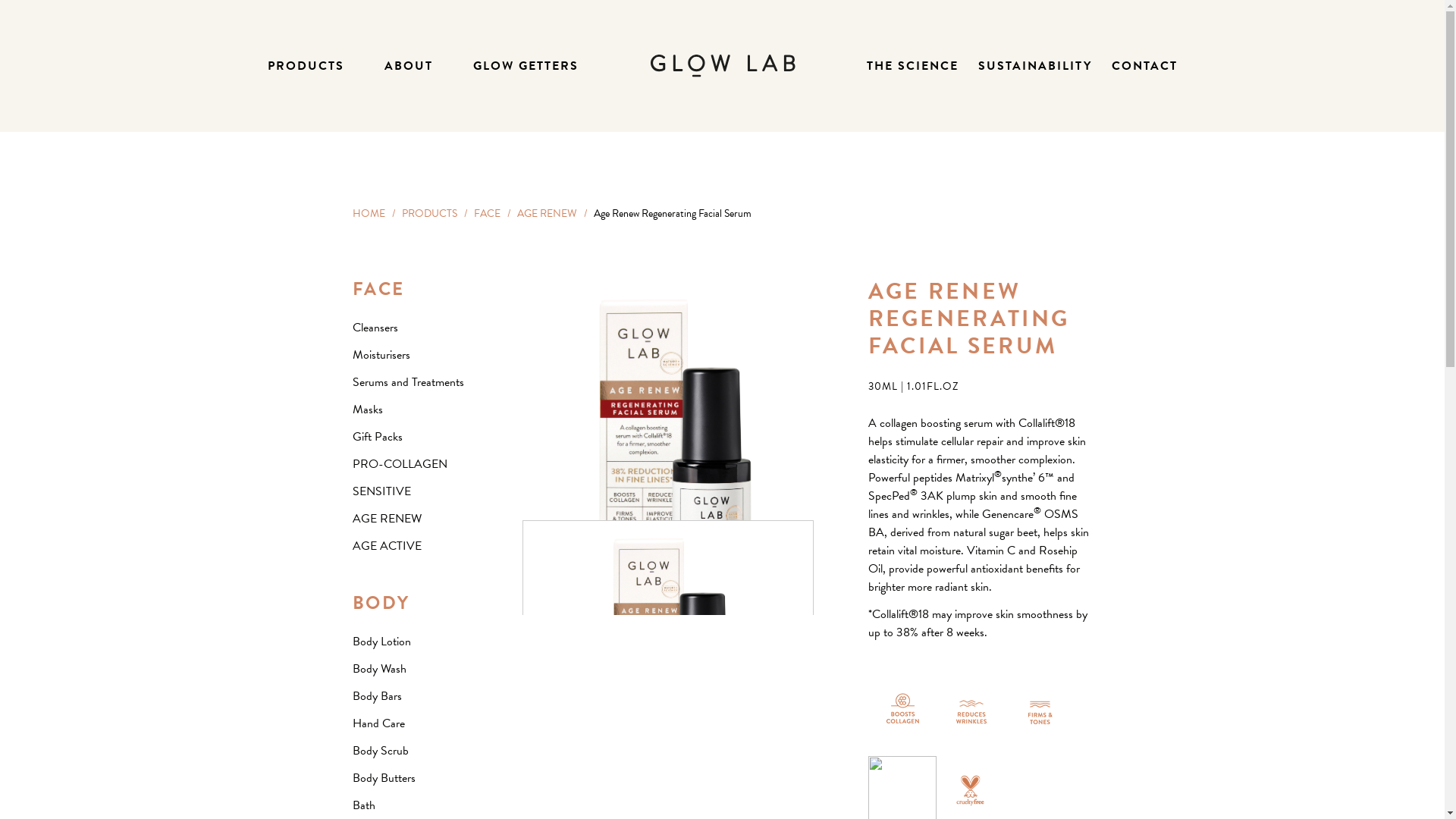 The image size is (1456, 819). What do you see at coordinates (1034, 65) in the screenshot?
I see `'SUSTAINABILITY'` at bounding box center [1034, 65].